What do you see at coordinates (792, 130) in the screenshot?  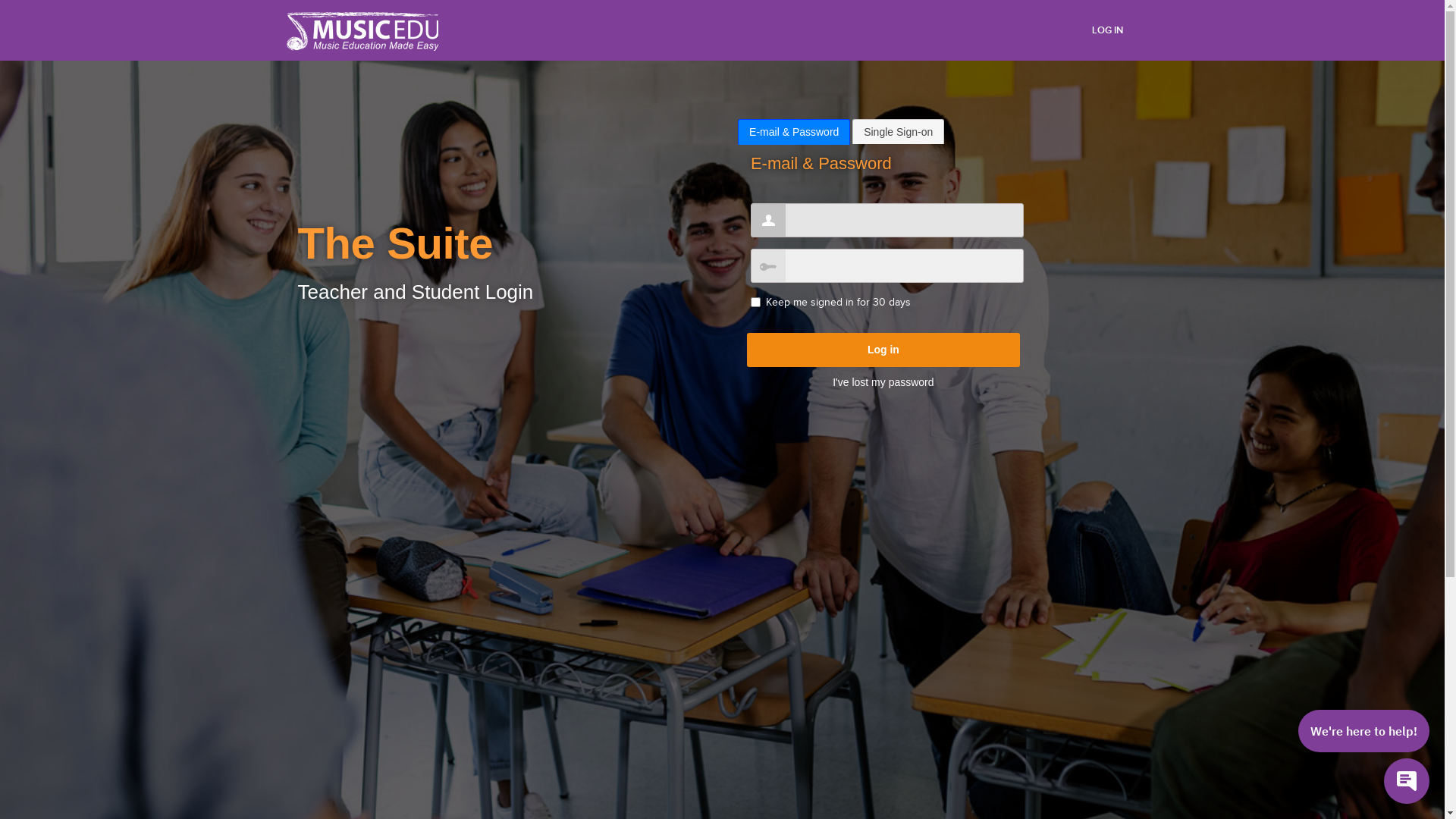 I see `'E-mail & Password'` at bounding box center [792, 130].